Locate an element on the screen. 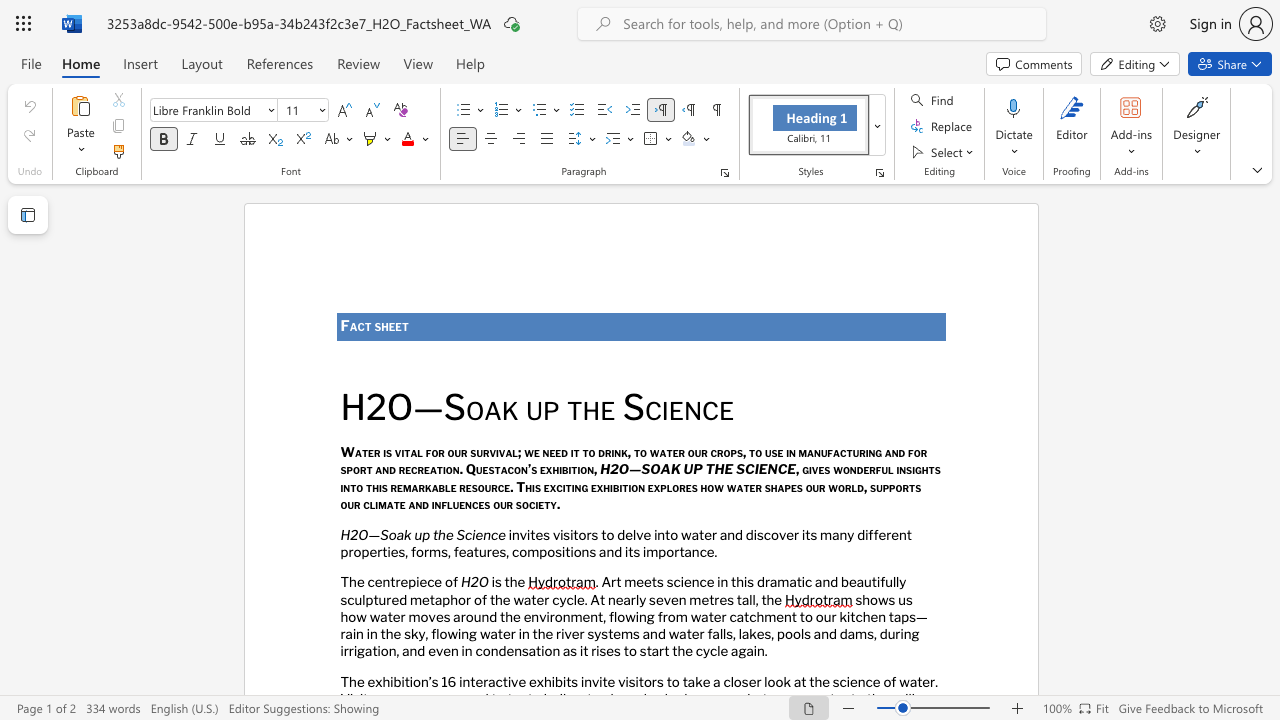 The image size is (1280, 720). the subset text "our so" within the text "and influences our society." is located at coordinates (493, 502).